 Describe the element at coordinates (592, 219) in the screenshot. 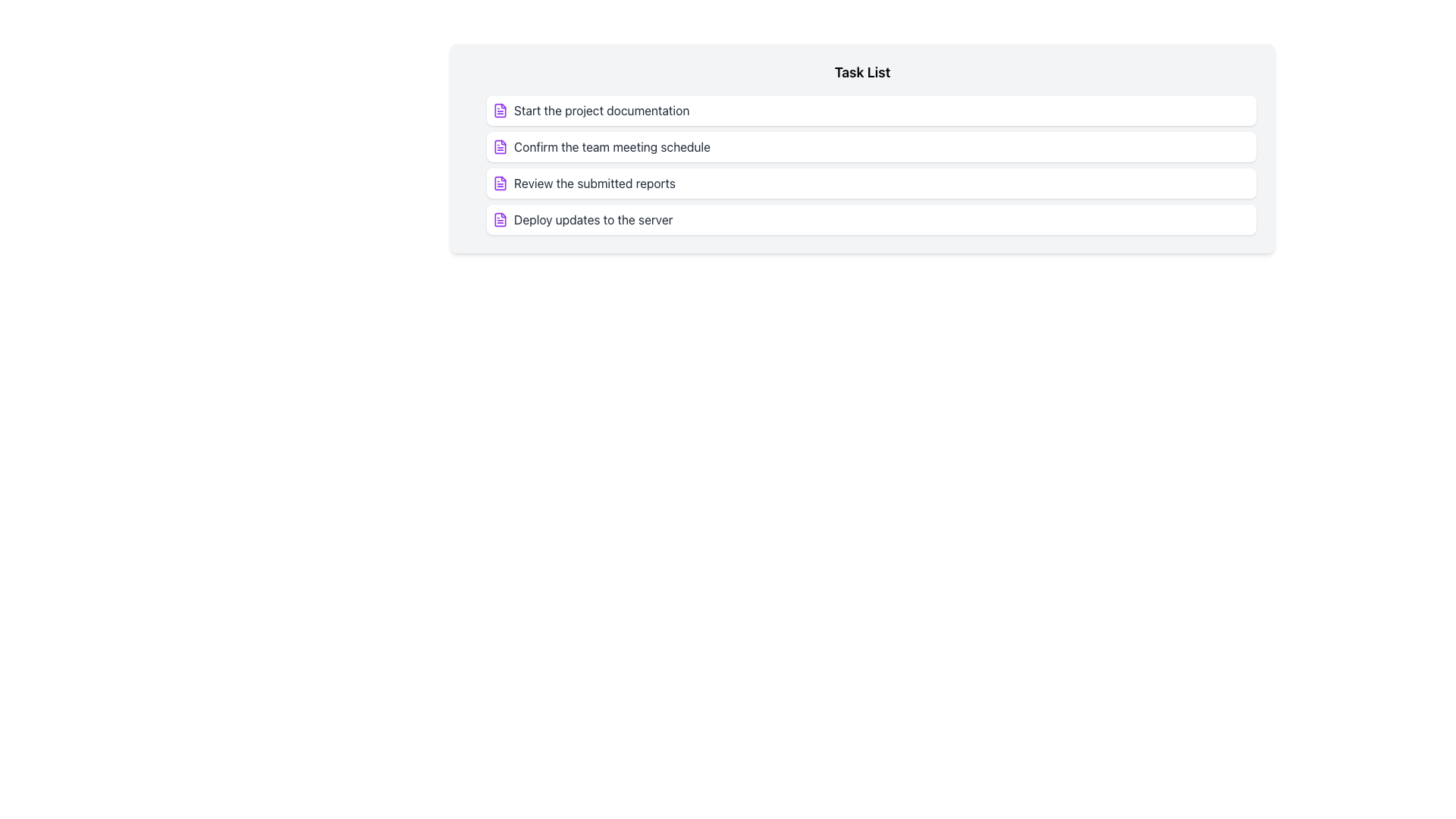

I see `the fourth entry in the task list labeled 'This Text allows users to:' which is located between 'Review the submitted reports' and whitespace` at that location.